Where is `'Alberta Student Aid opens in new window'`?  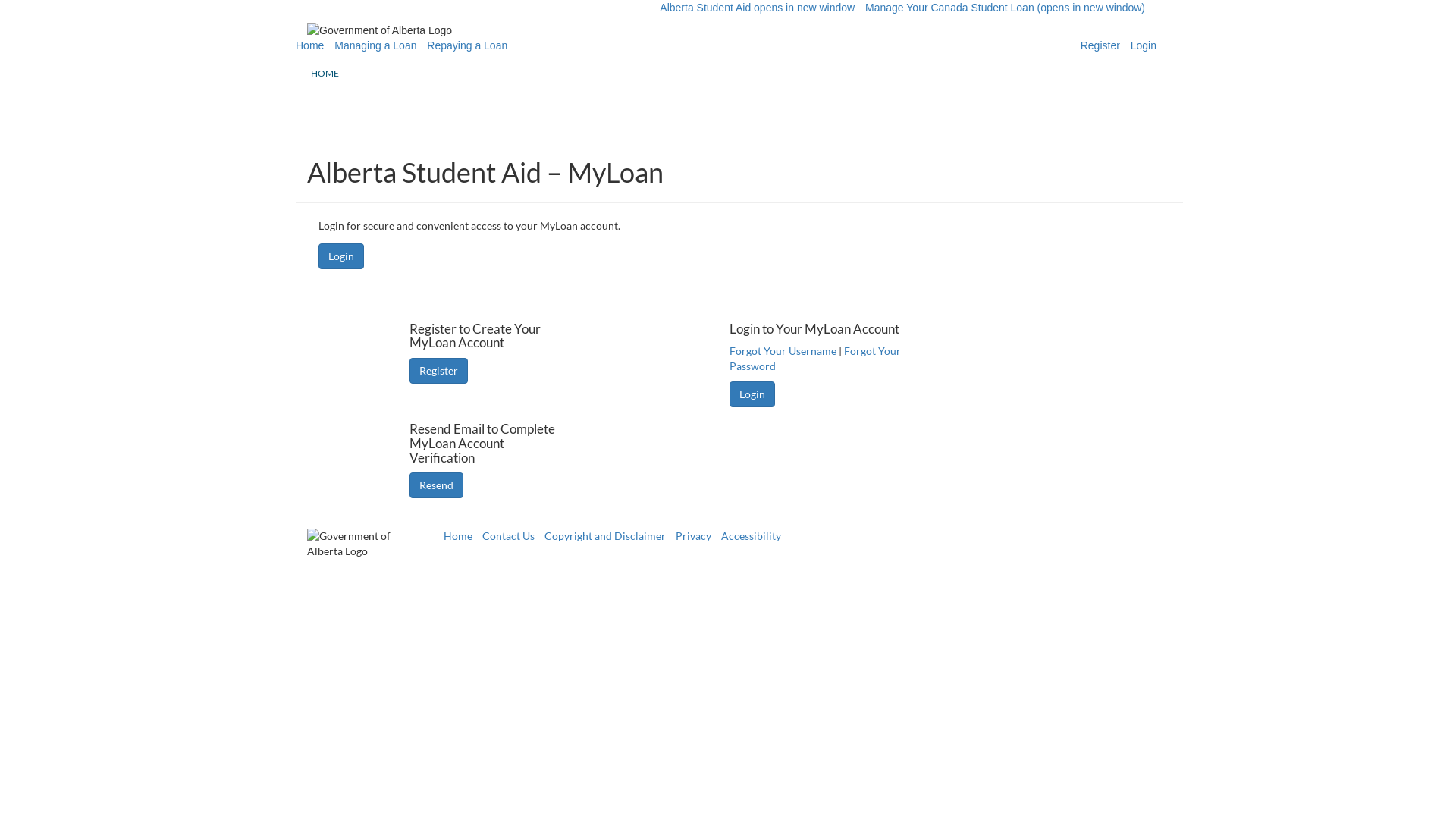 'Alberta Student Aid opens in new window' is located at coordinates (659, 8).